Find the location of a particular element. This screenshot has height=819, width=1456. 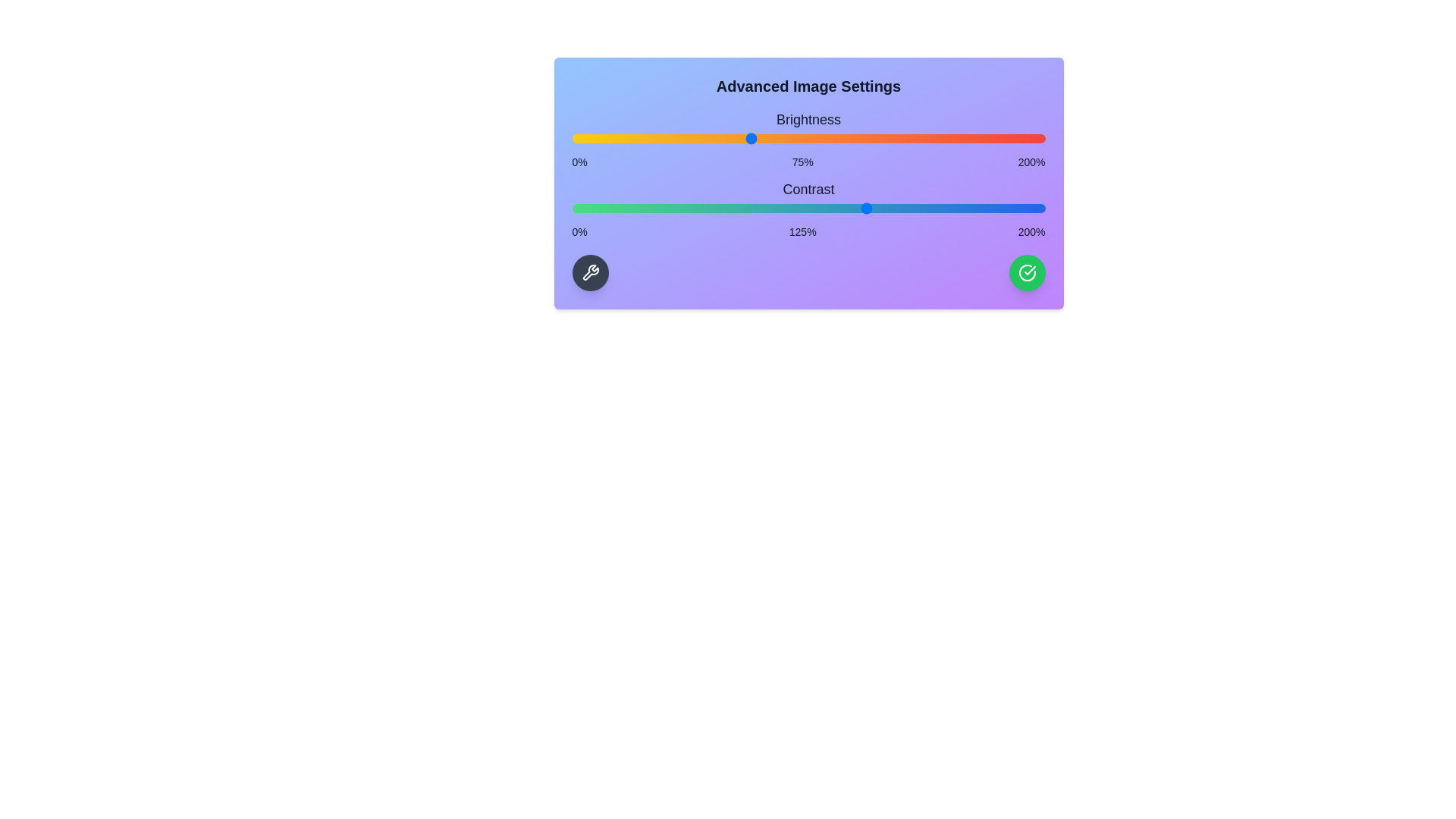

the contrast slider to 139% is located at coordinates (901, 208).